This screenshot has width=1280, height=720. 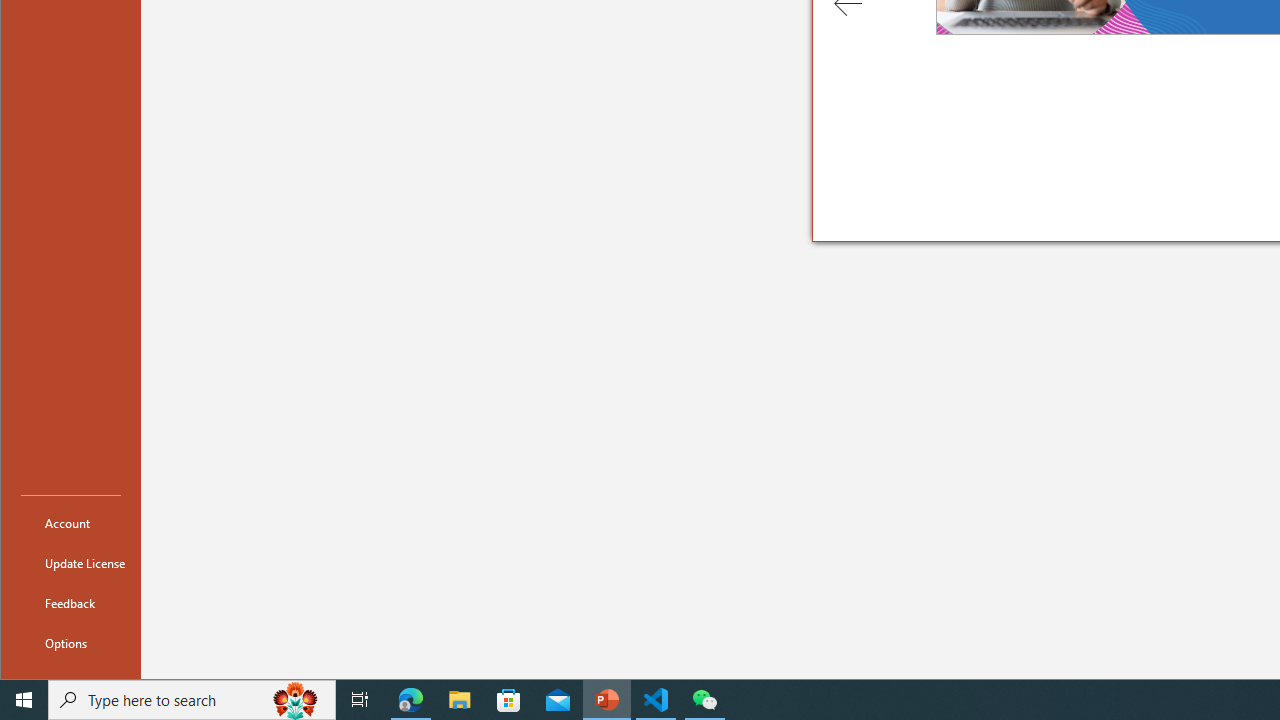 I want to click on 'File Explorer', so click(x=459, y=698).